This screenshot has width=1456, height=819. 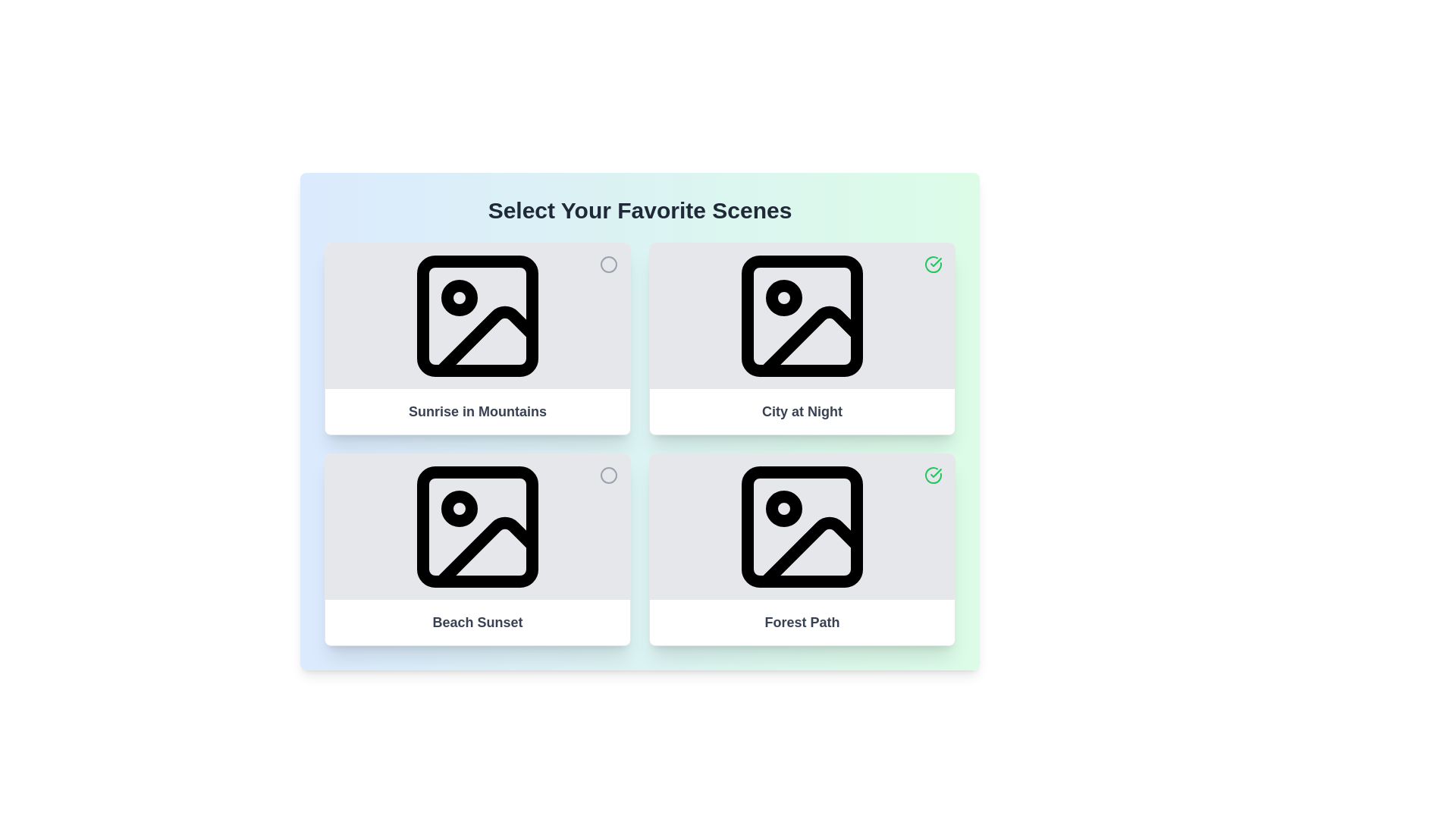 What do you see at coordinates (801, 315) in the screenshot?
I see `the image of the media item titled 'City at Night' by interacting with its corresponding image element` at bounding box center [801, 315].